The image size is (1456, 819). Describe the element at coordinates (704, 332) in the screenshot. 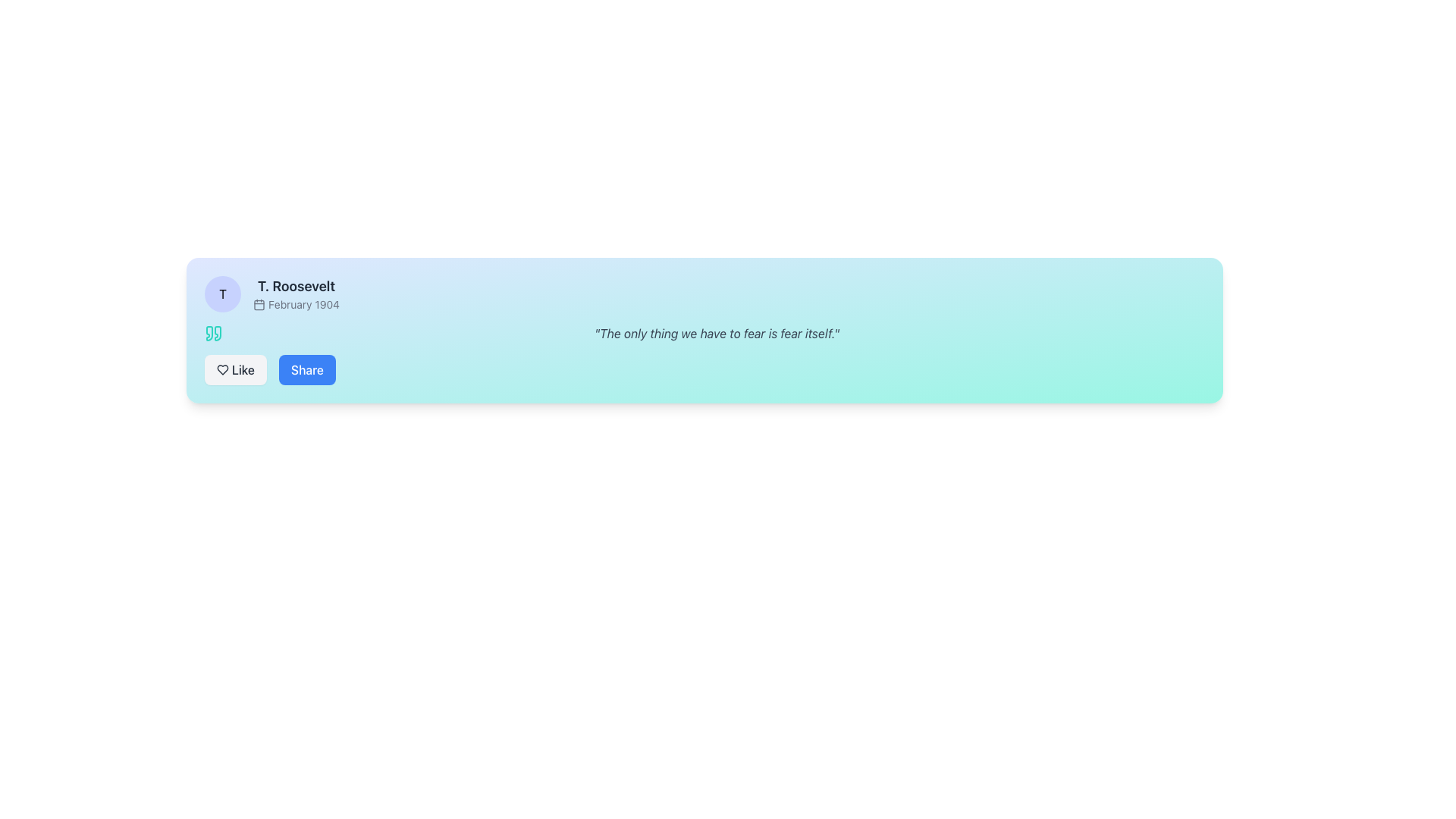

I see `the quotation text display component that presents the quote 'The only thing we have to fear is fear itself.' which is styled in italicized gray text, located below the header 'T. Roosevelt February 1904' and above the 'Like' and 'Share' buttons` at that location.